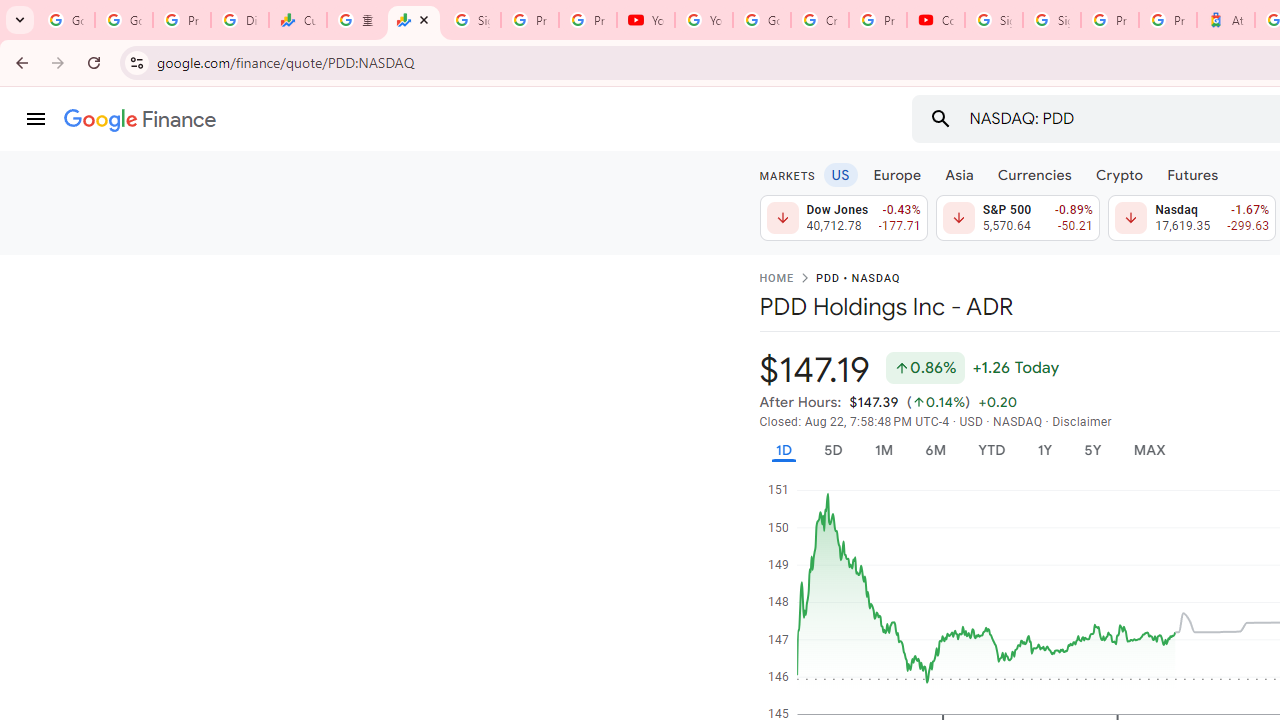 This screenshot has height=720, width=1280. I want to click on '1D', so click(782, 450).